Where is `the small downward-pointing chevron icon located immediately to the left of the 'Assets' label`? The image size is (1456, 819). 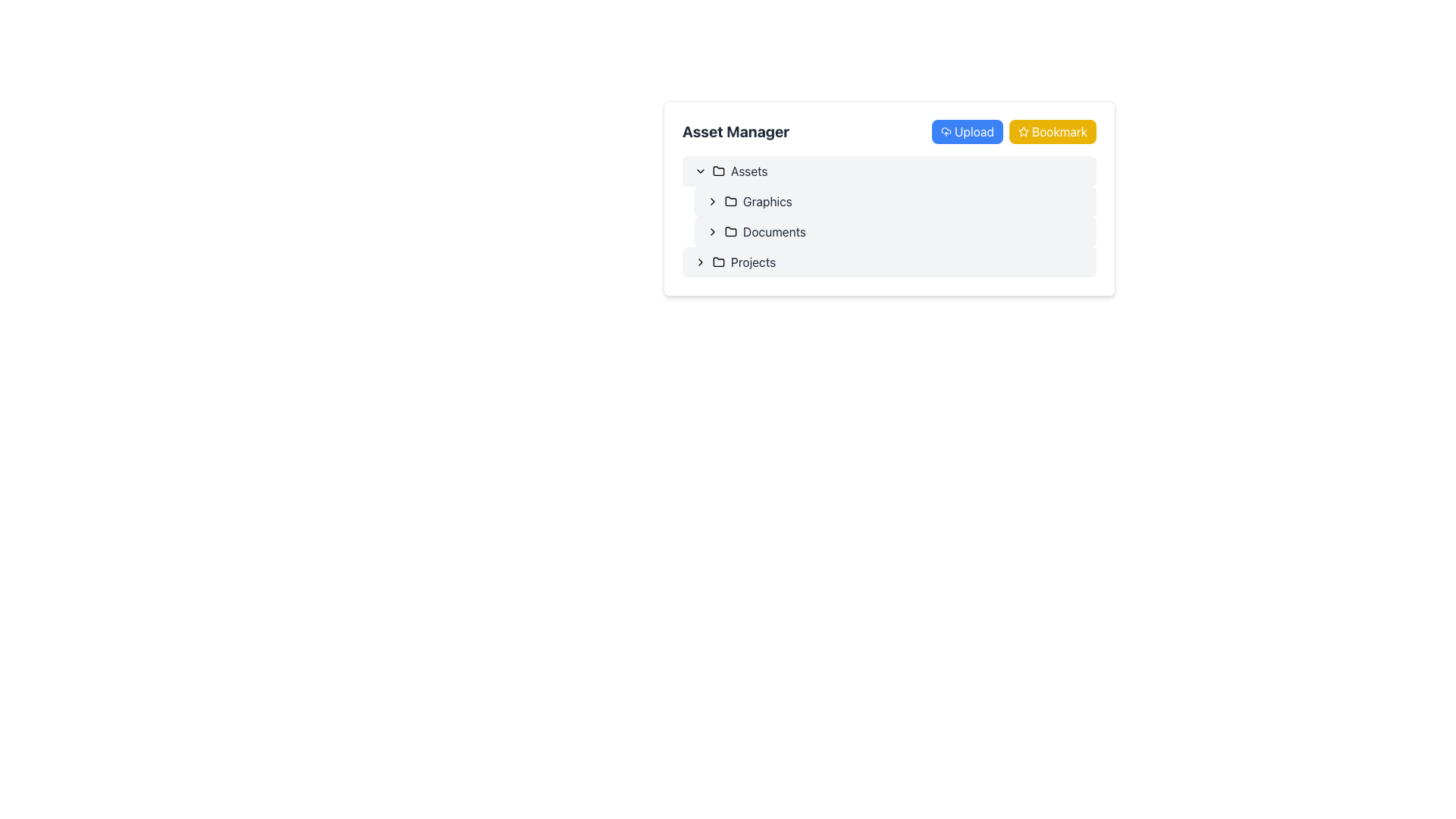
the small downward-pointing chevron icon located immediately to the left of the 'Assets' label is located at coordinates (700, 171).